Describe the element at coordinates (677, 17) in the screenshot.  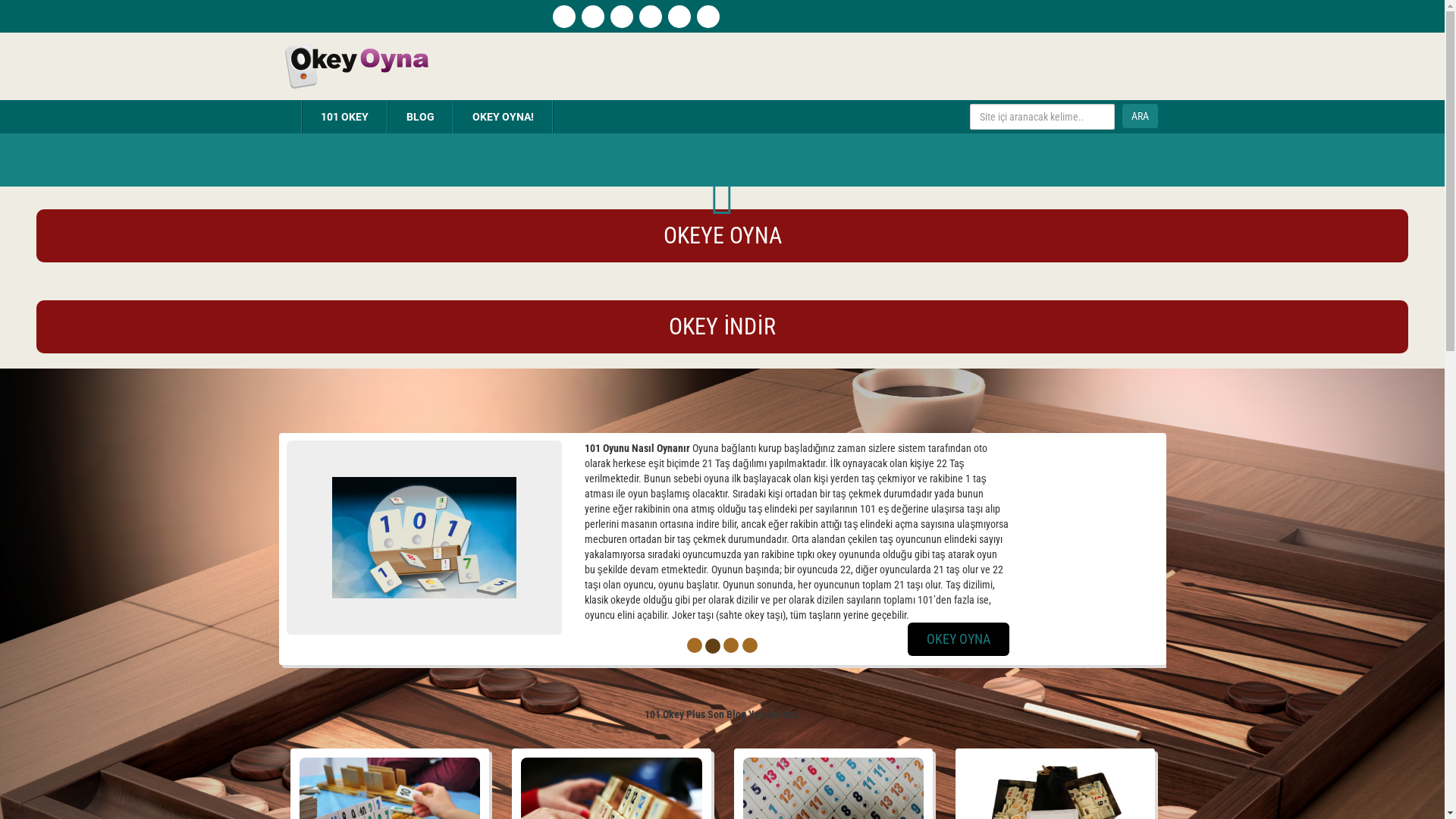
I see `'Google+ Abone Olun'` at that location.